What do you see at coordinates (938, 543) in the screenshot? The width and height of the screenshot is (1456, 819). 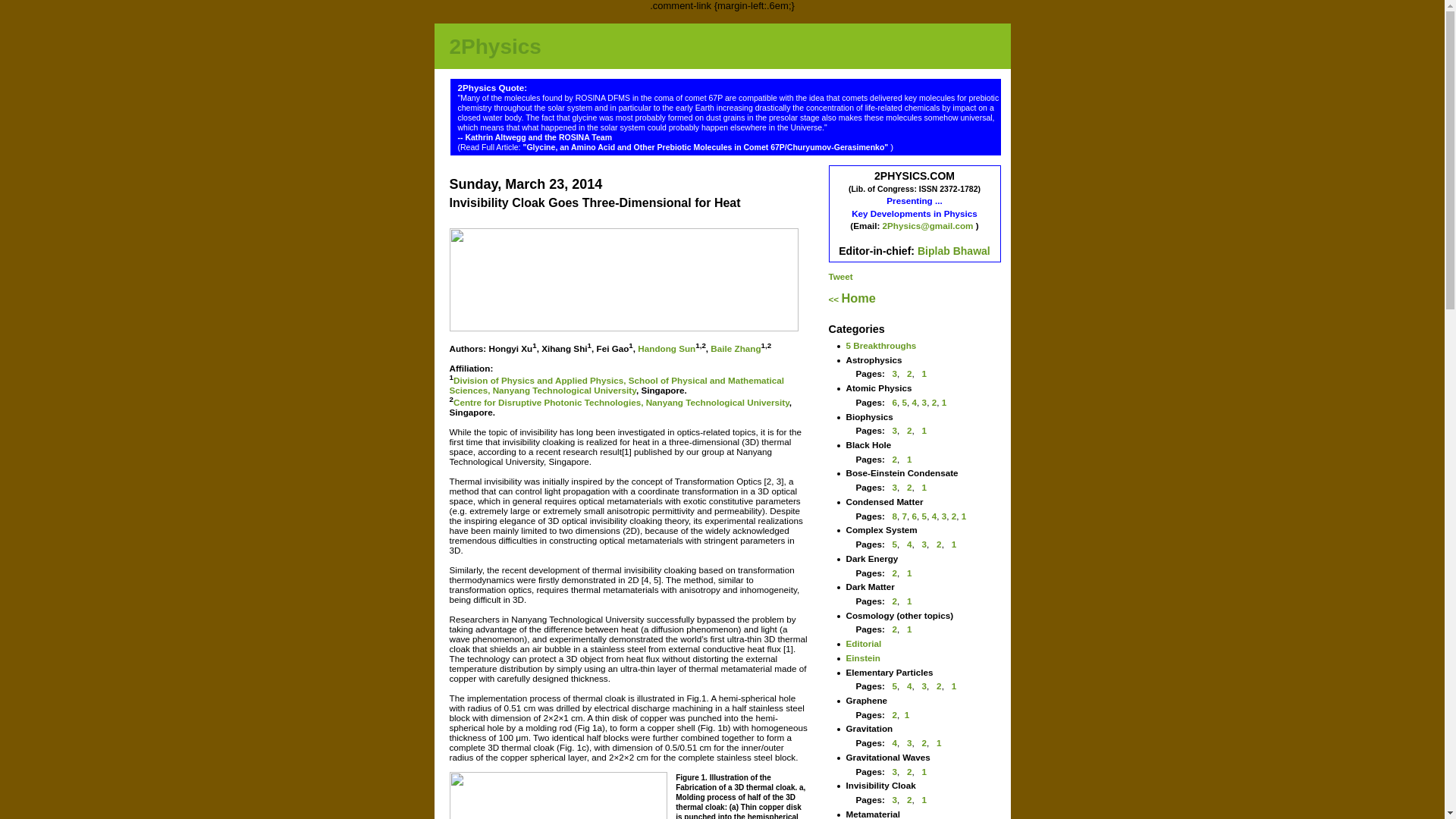 I see `'2'` at bounding box center [938, 543].